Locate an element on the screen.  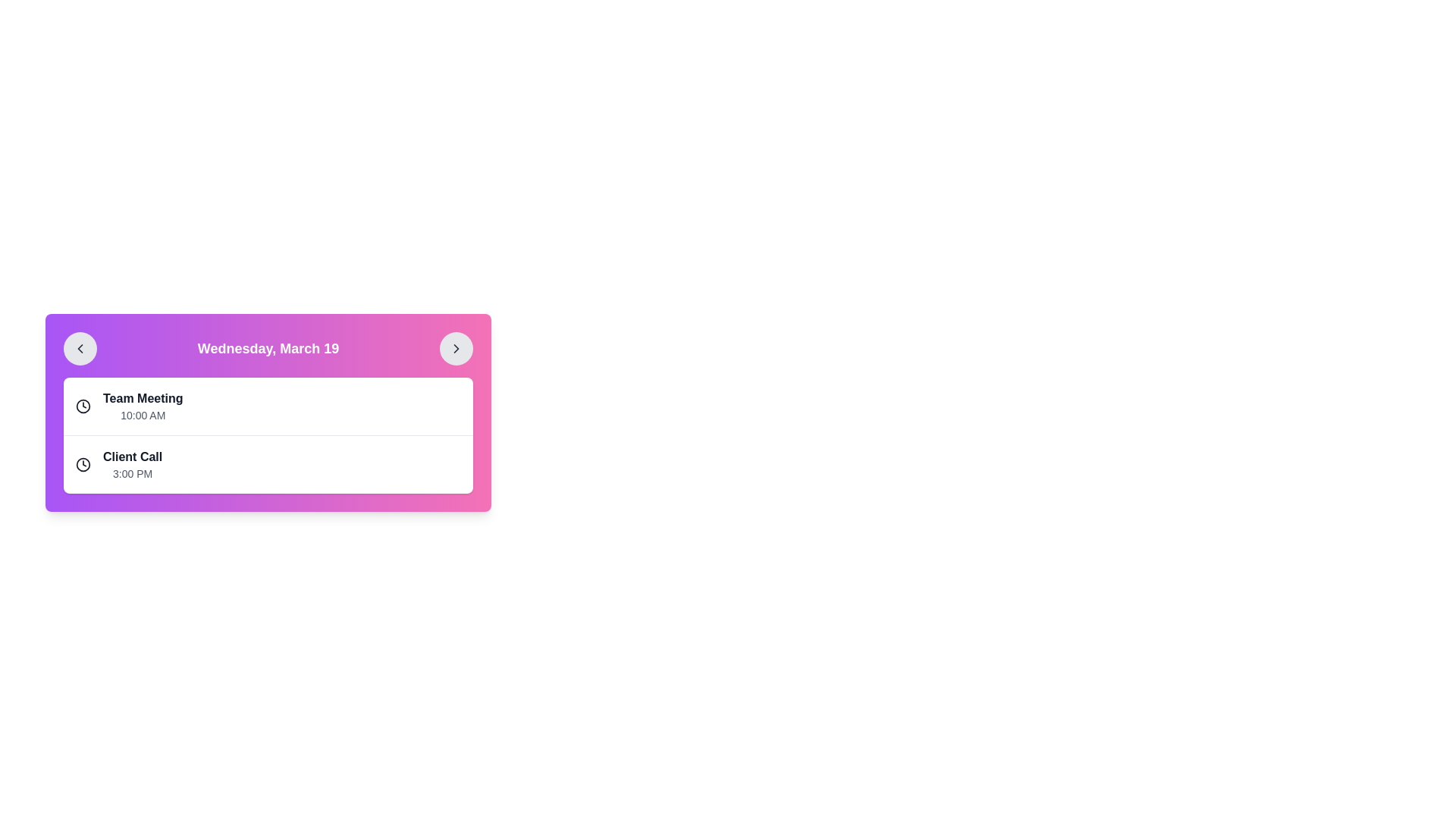
the chevron icon located on the right-hand side of a purple gradient-styled header bar is located at coordinates (455, 348).